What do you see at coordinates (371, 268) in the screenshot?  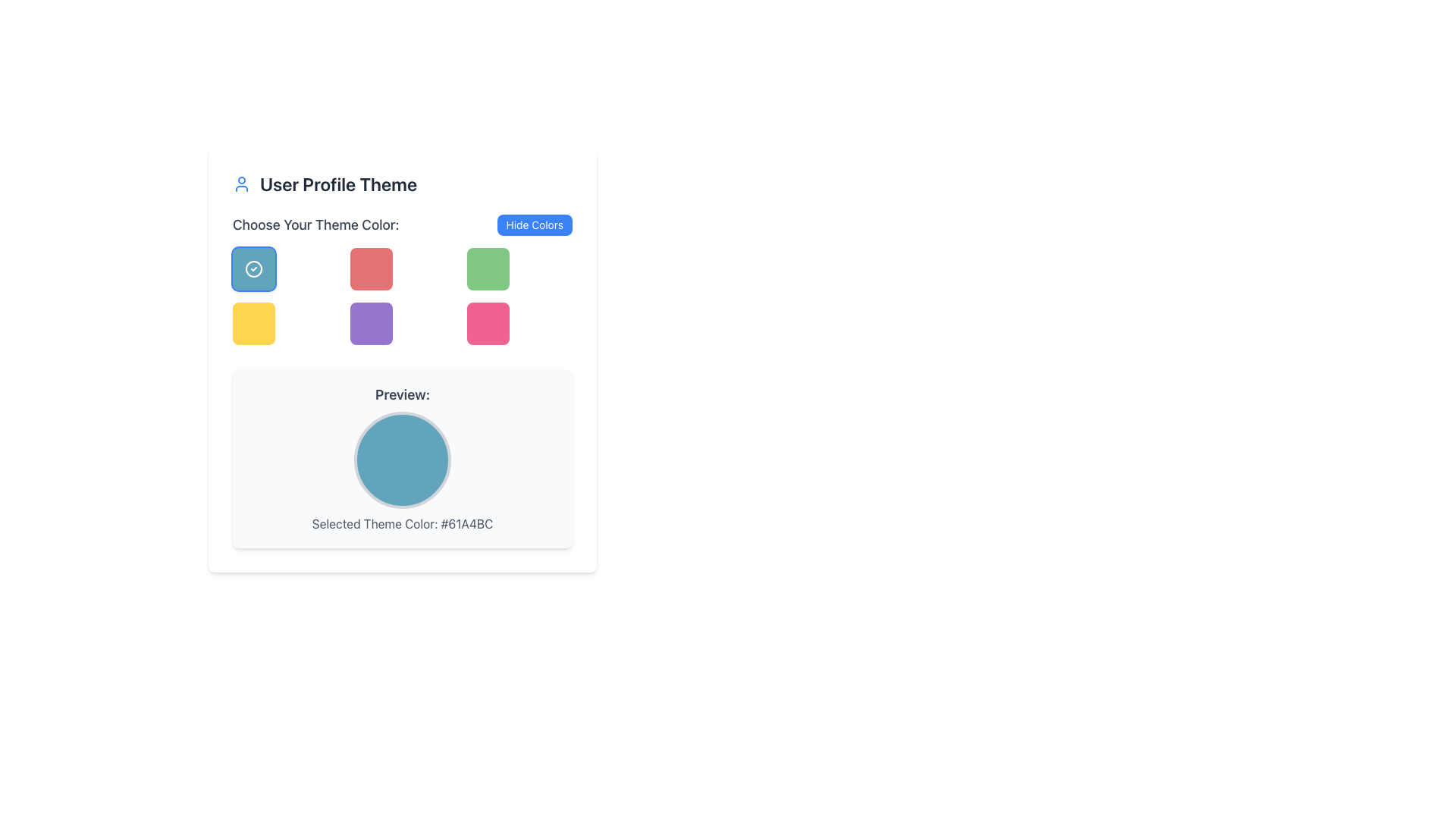 I see `the solid red button with rounded corners in the 'Choose Your Theme Color' grid` at bounding box center [371, 268].